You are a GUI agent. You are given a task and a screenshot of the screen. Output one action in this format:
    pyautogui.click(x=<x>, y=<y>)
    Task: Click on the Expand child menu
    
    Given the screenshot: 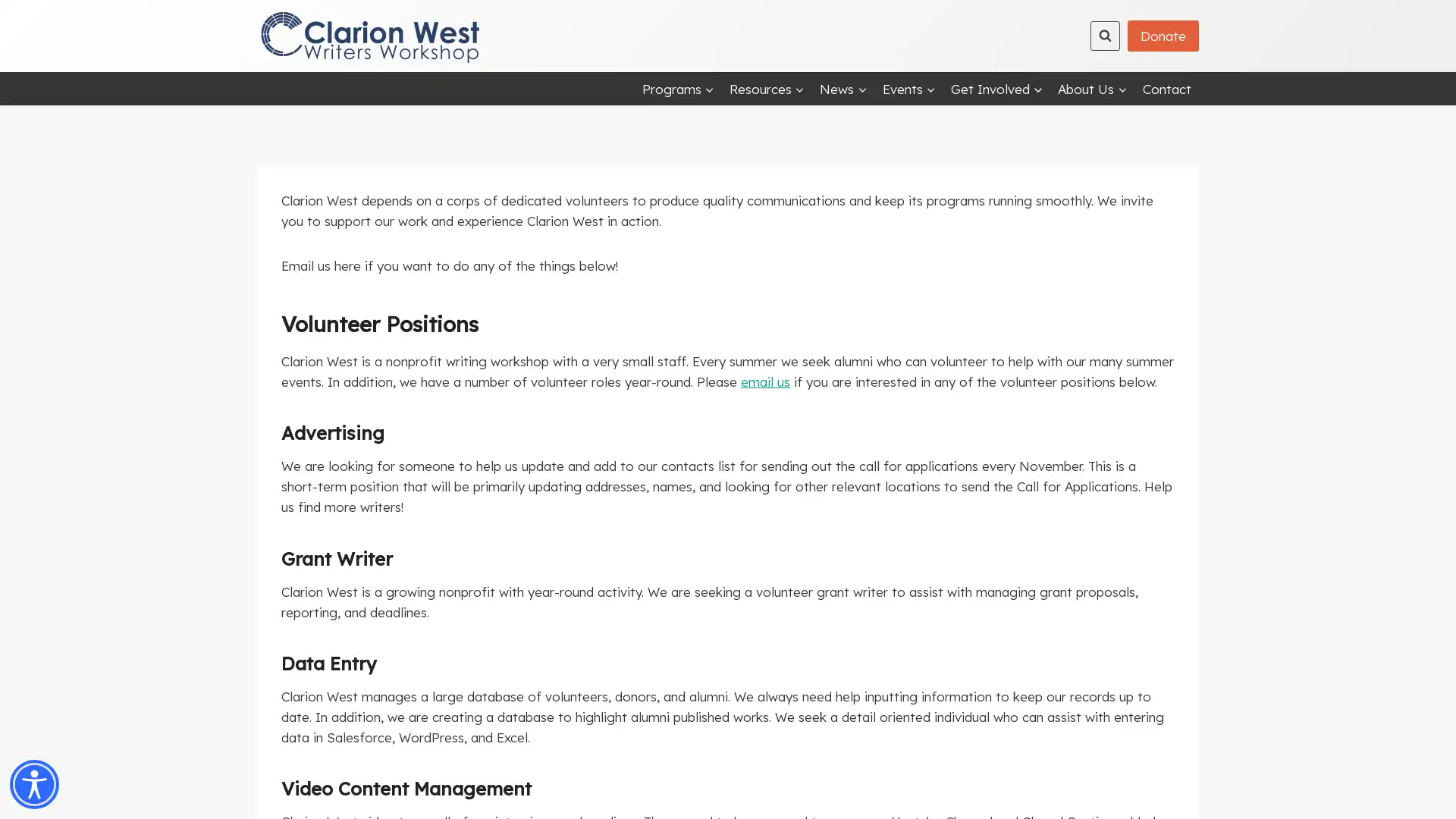 What is the action you would take?
    pyautogui.click(x=908, y=88)
    